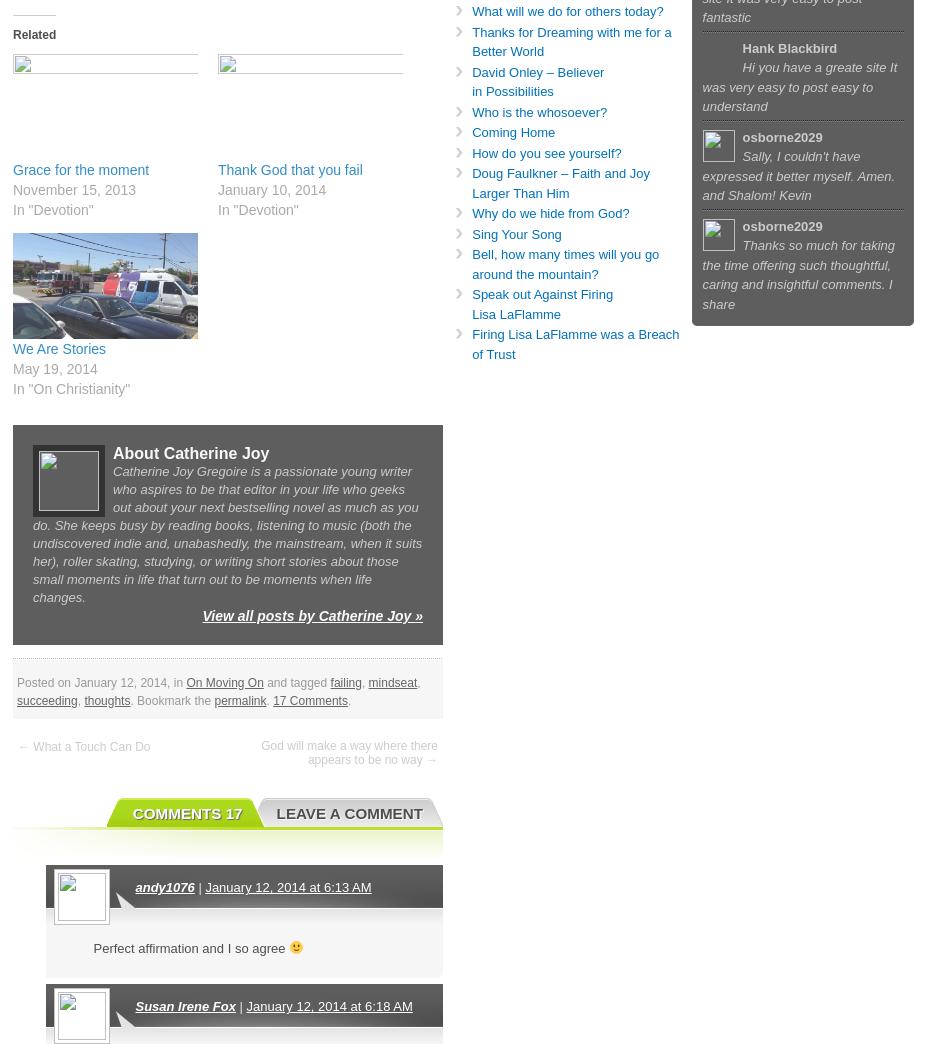  What do you see at coordinates (471, 111) in the screenshot?
I see `'Who is the whosoever?'` at bounding box center [471, 111].